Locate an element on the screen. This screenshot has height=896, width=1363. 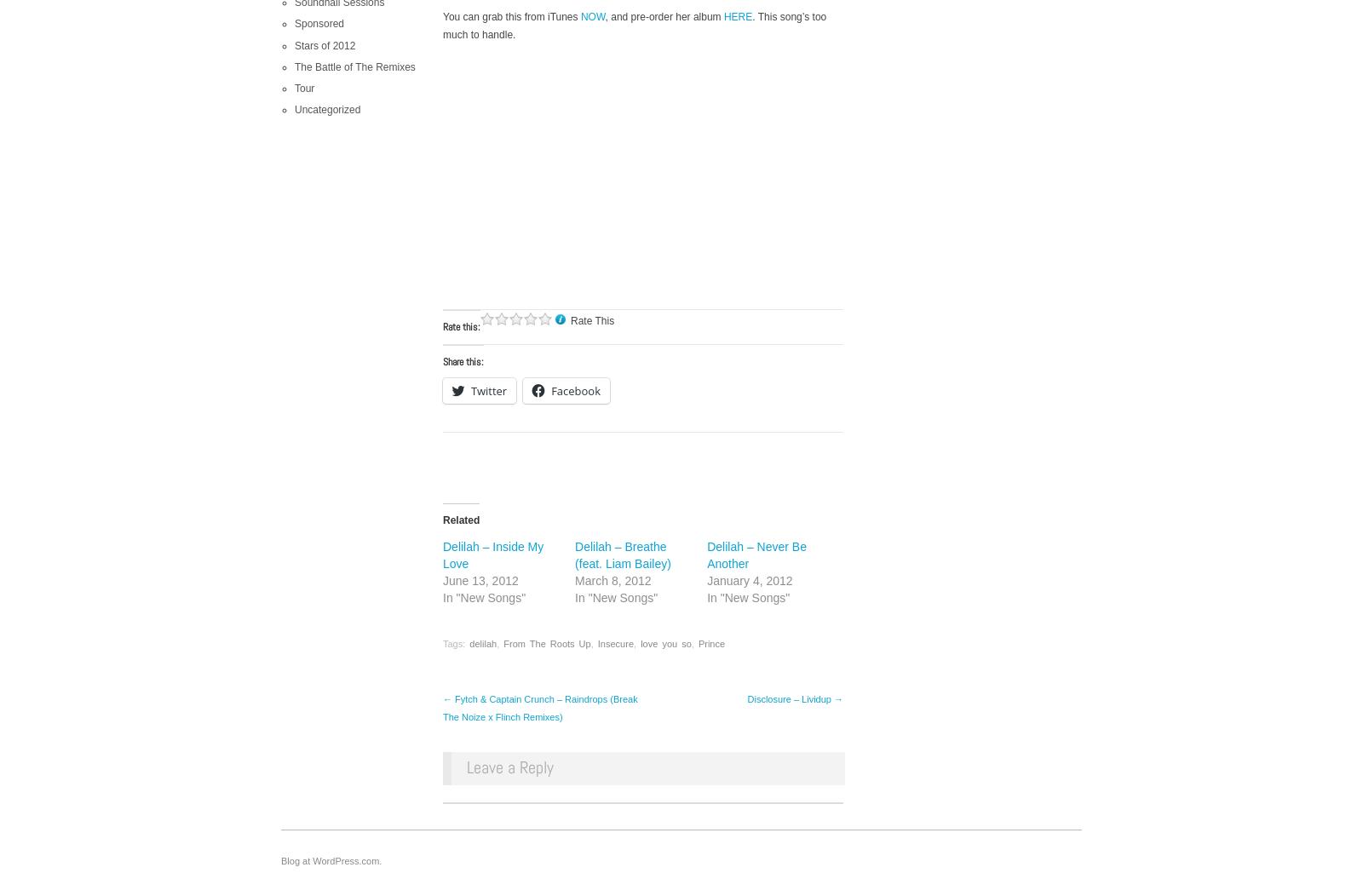
'Rate this:' is located at coordinates (460, 326).